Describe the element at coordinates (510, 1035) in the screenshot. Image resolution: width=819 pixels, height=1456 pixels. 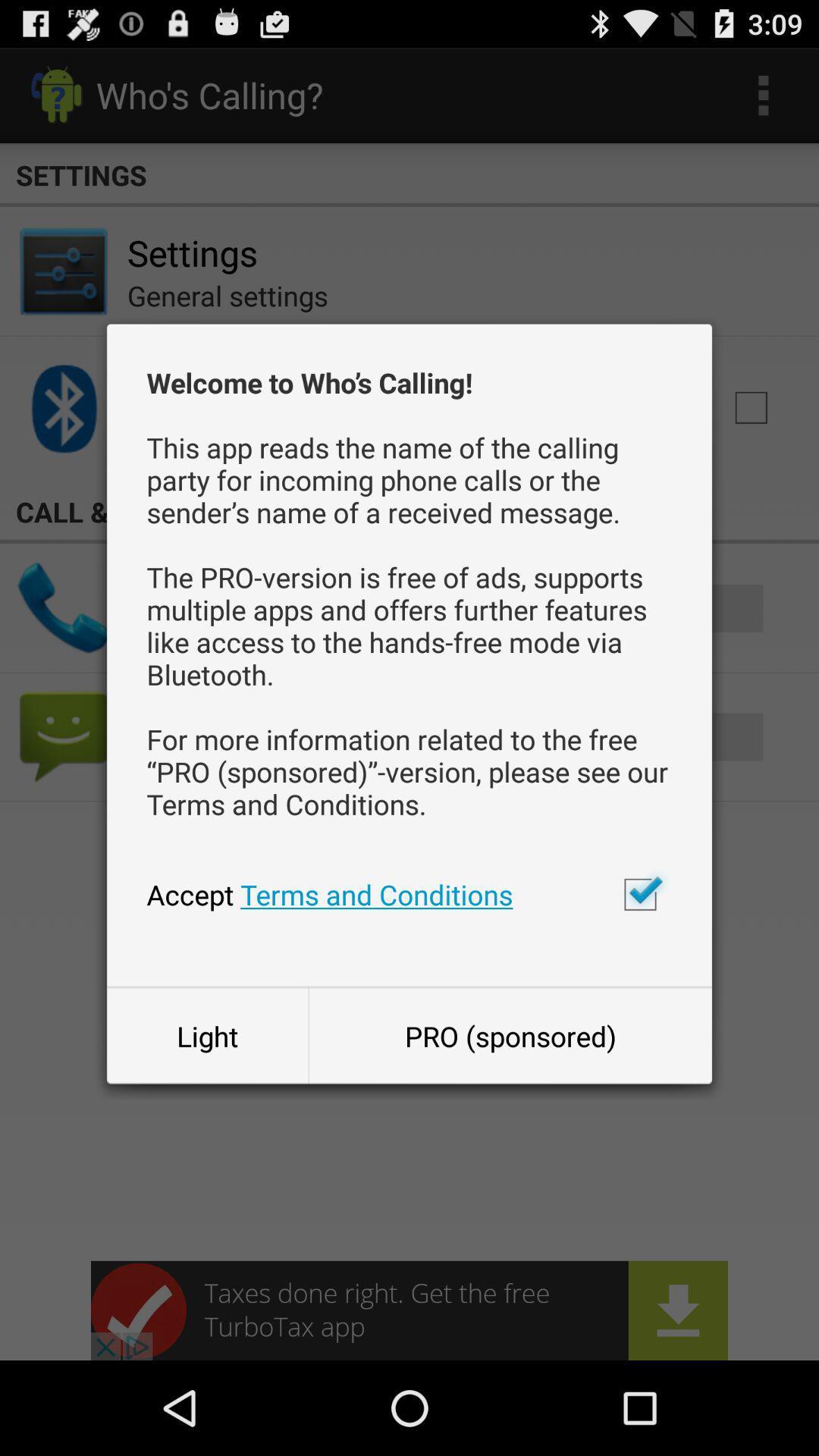
I see `the item to the right of the light button` at that location.